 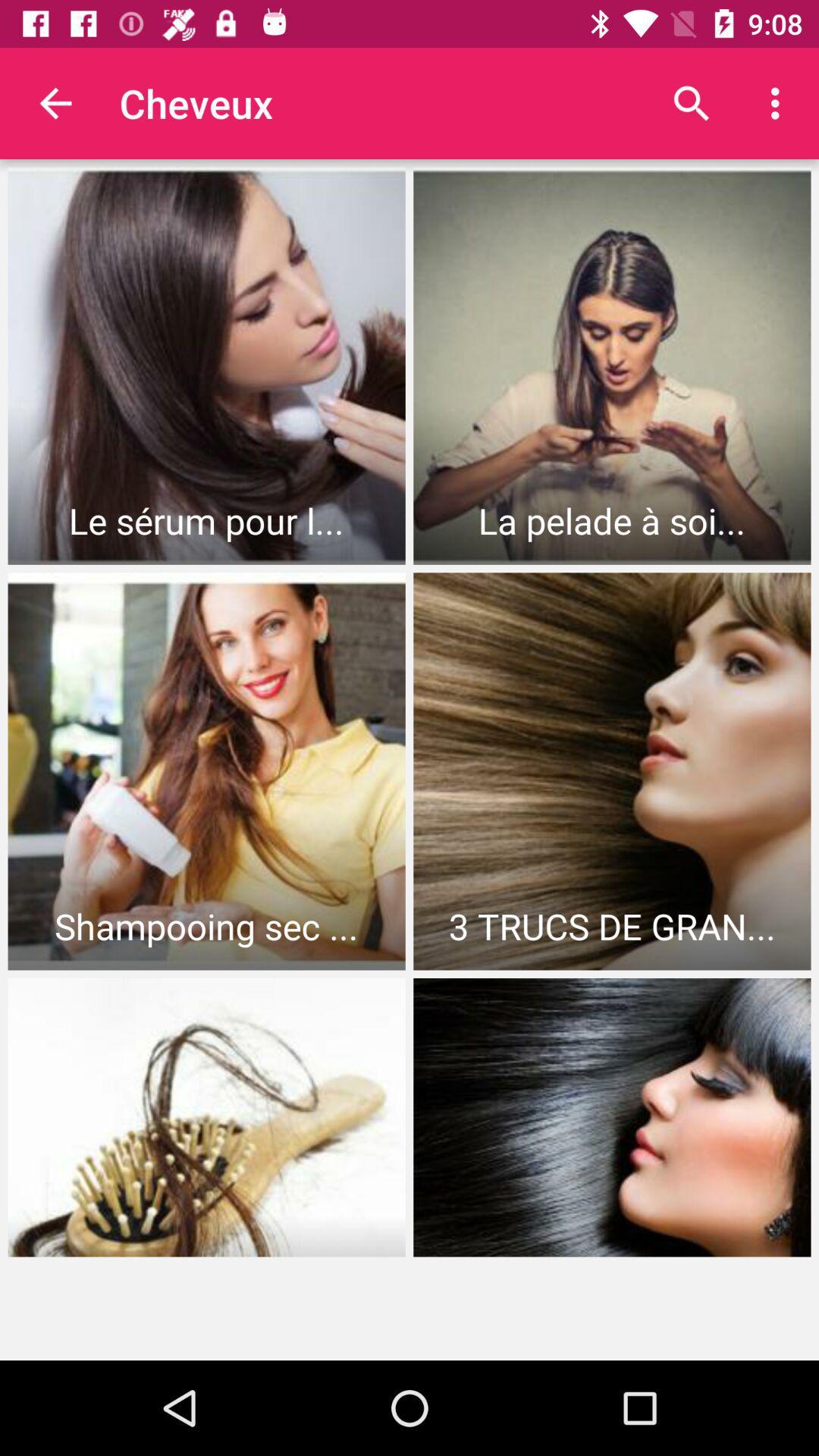 I want to click on the second image from top, so click(x=611, y=366).